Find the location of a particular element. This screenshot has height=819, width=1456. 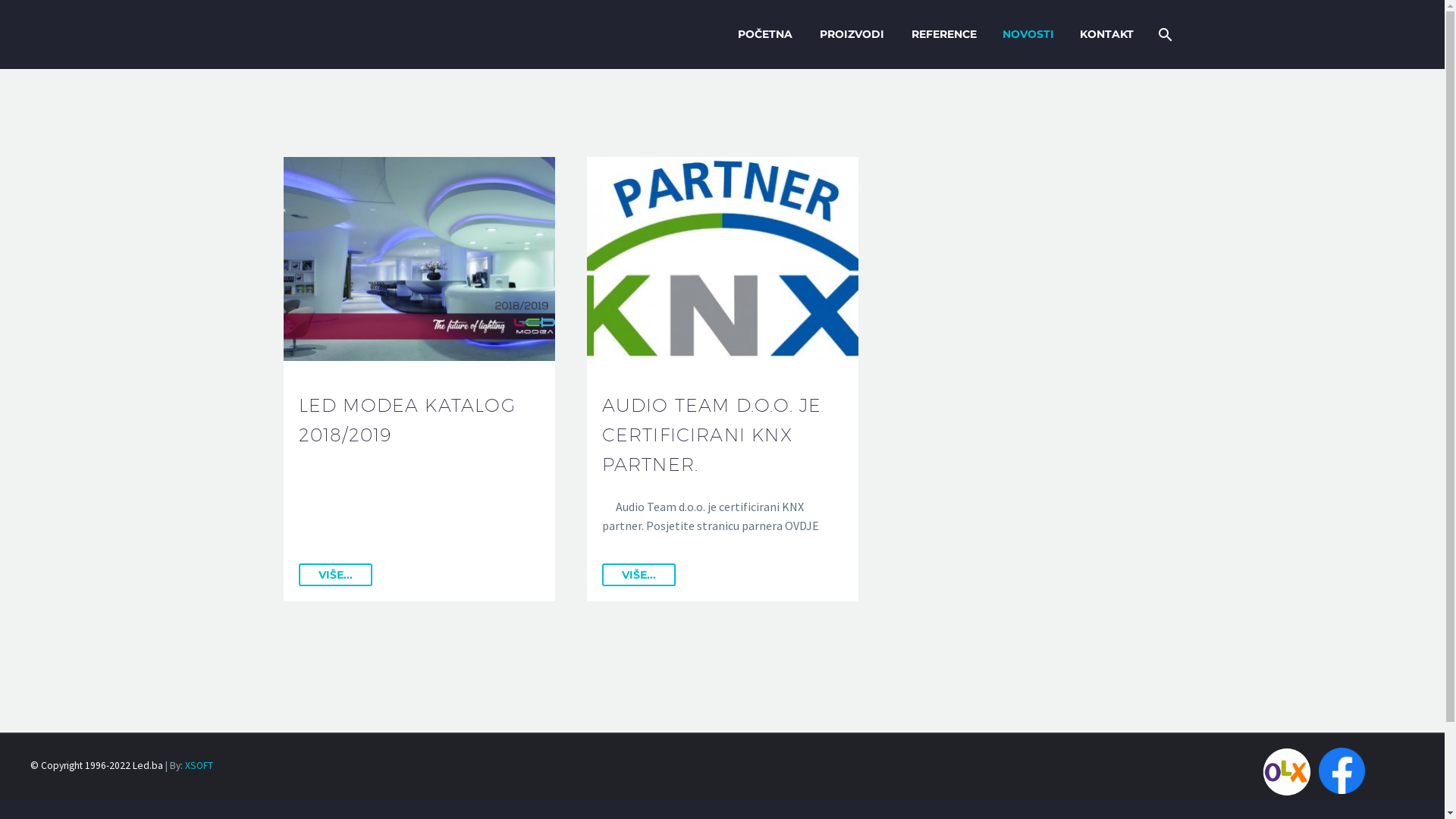

'LED MODEA KATALOG 2018/2019' is located at coordinates (298, 420).